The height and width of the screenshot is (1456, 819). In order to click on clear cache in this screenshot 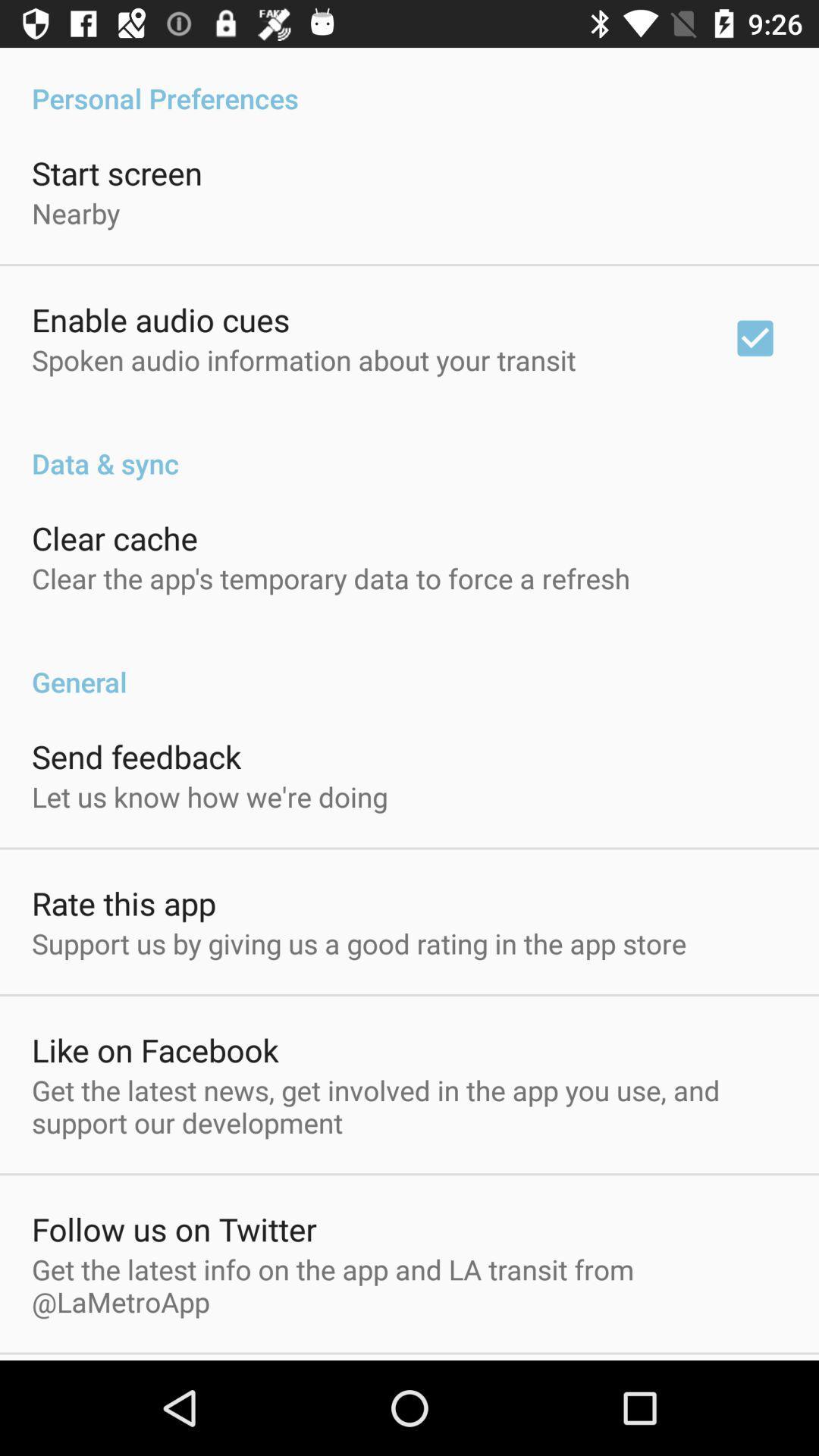, I will do `click(114, 538)`.